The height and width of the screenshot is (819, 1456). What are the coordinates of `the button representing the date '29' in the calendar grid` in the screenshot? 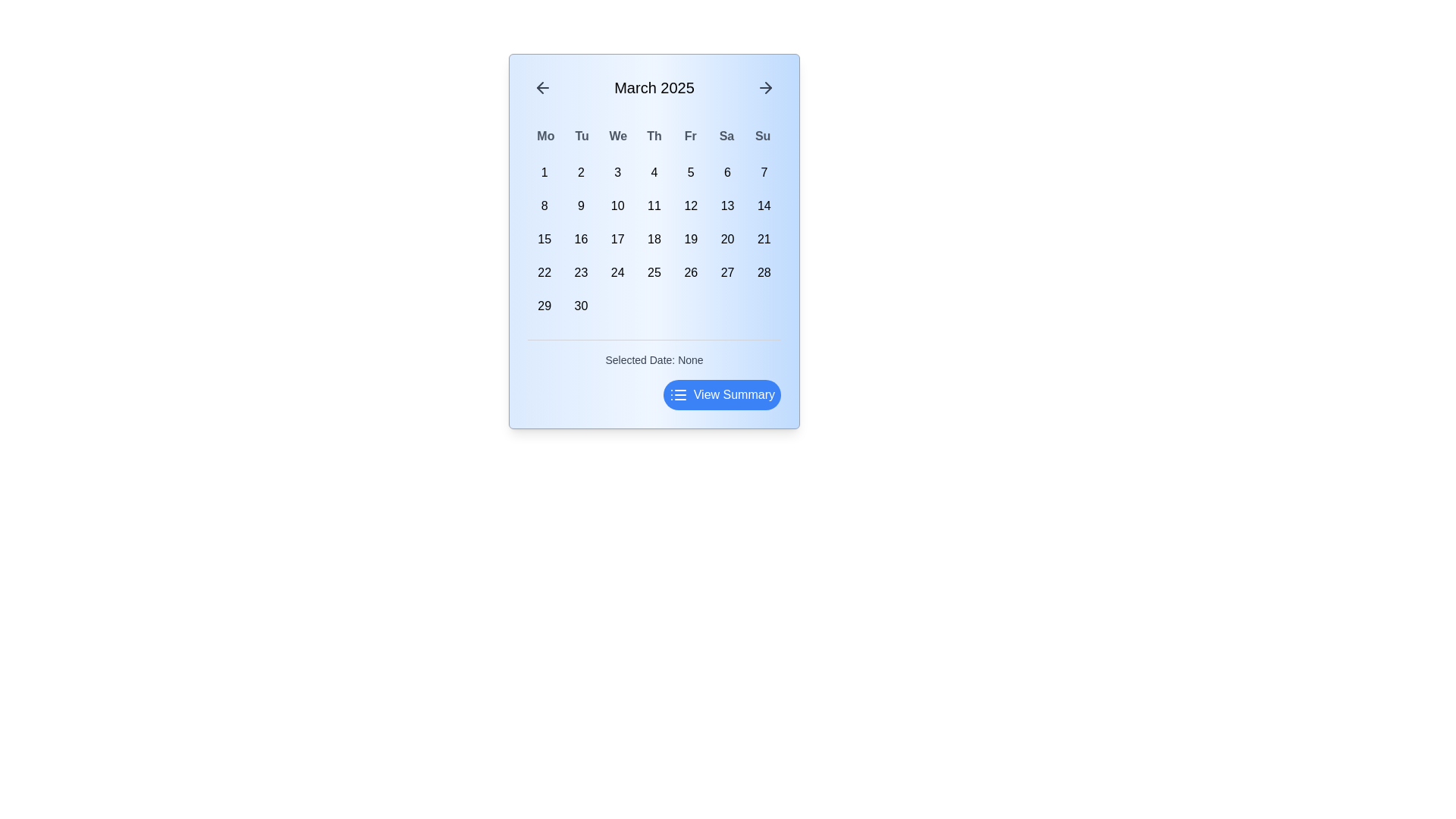 It's located at (544, 306).